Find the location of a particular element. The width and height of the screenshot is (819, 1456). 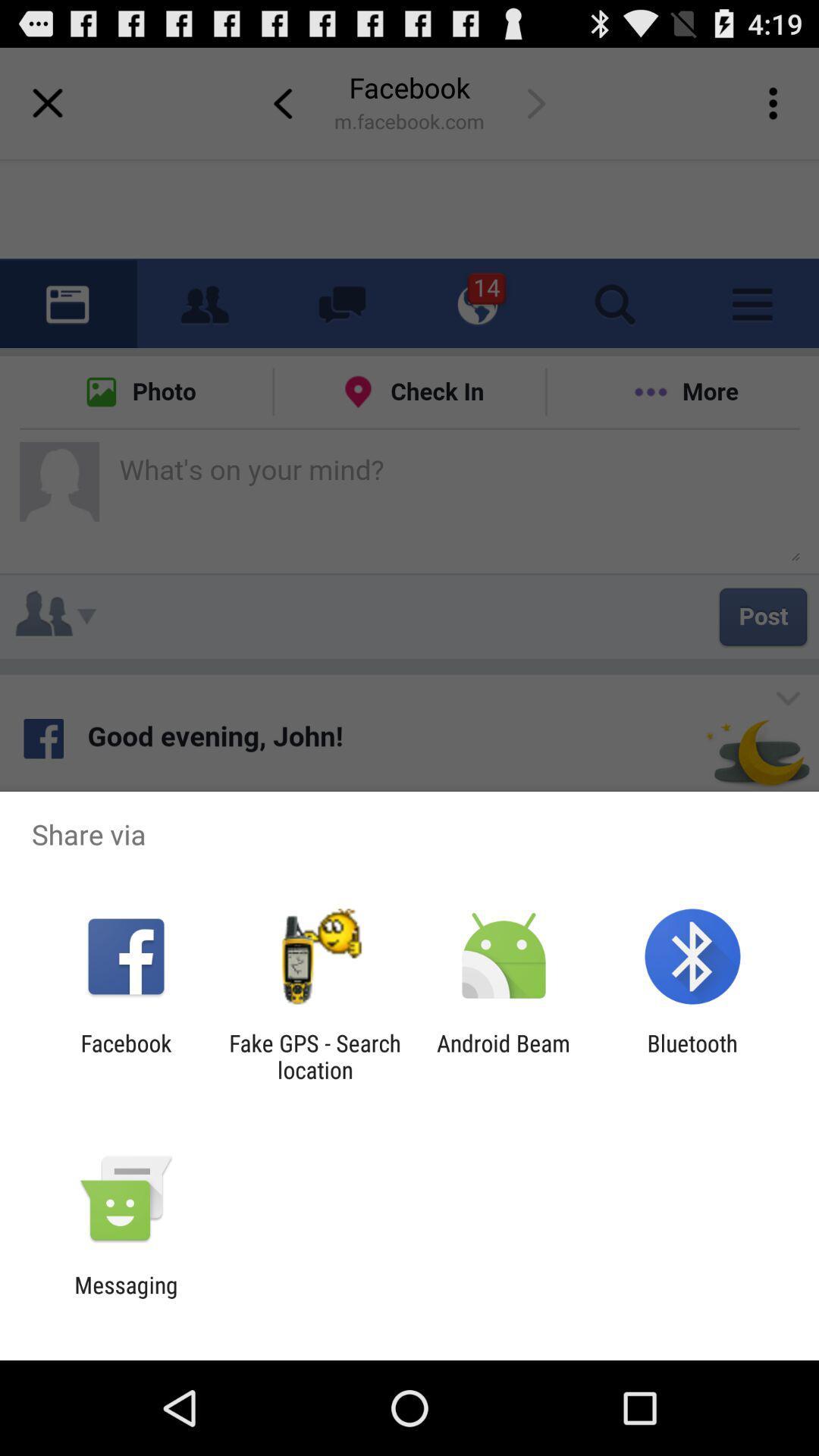

android beam item is located at coordinates (504, 1056).